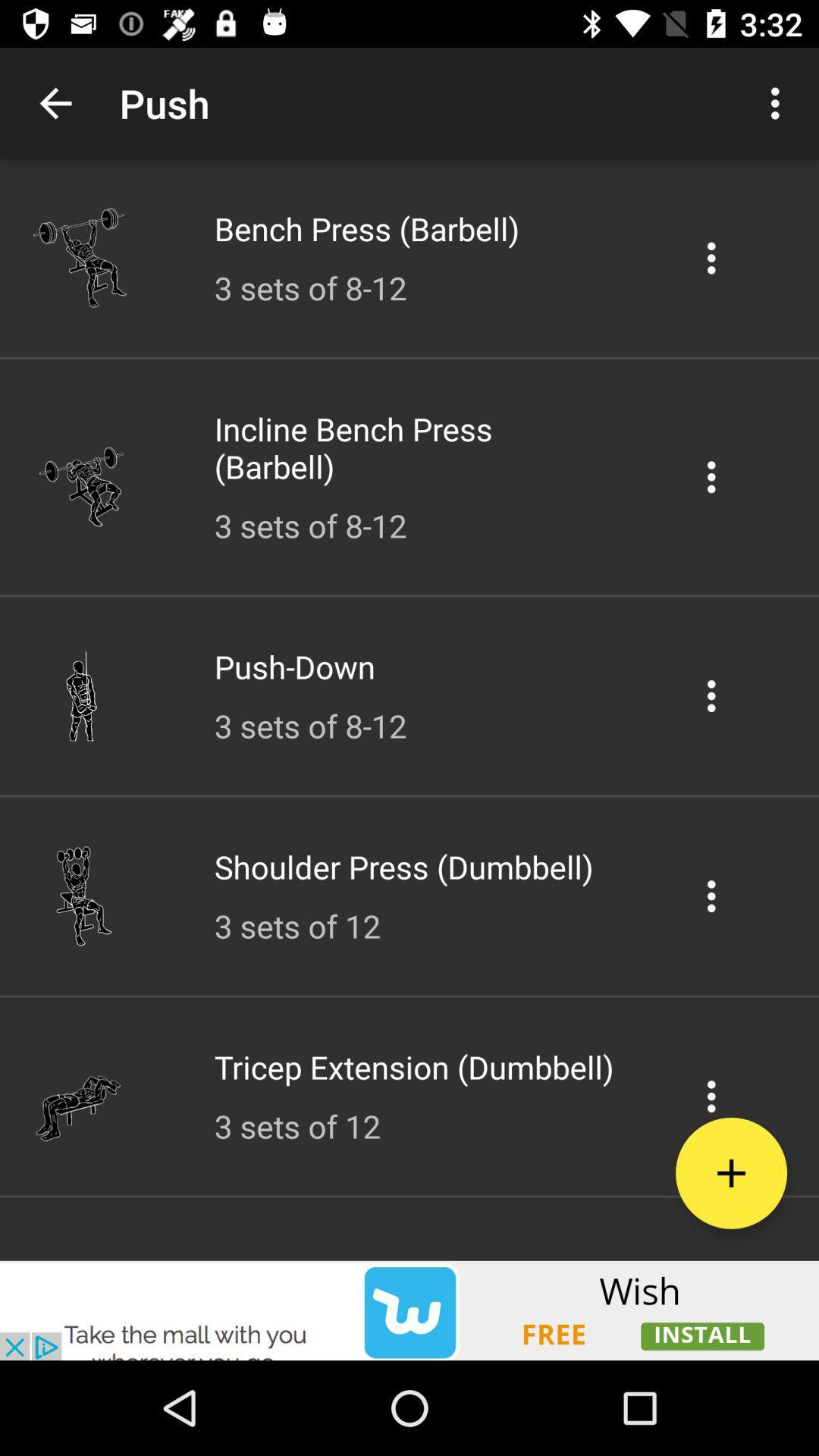 The image size is (819, 1456). Describe the element at coordinates (730, 1172) in the screenshot. I see `the new file` at that location.